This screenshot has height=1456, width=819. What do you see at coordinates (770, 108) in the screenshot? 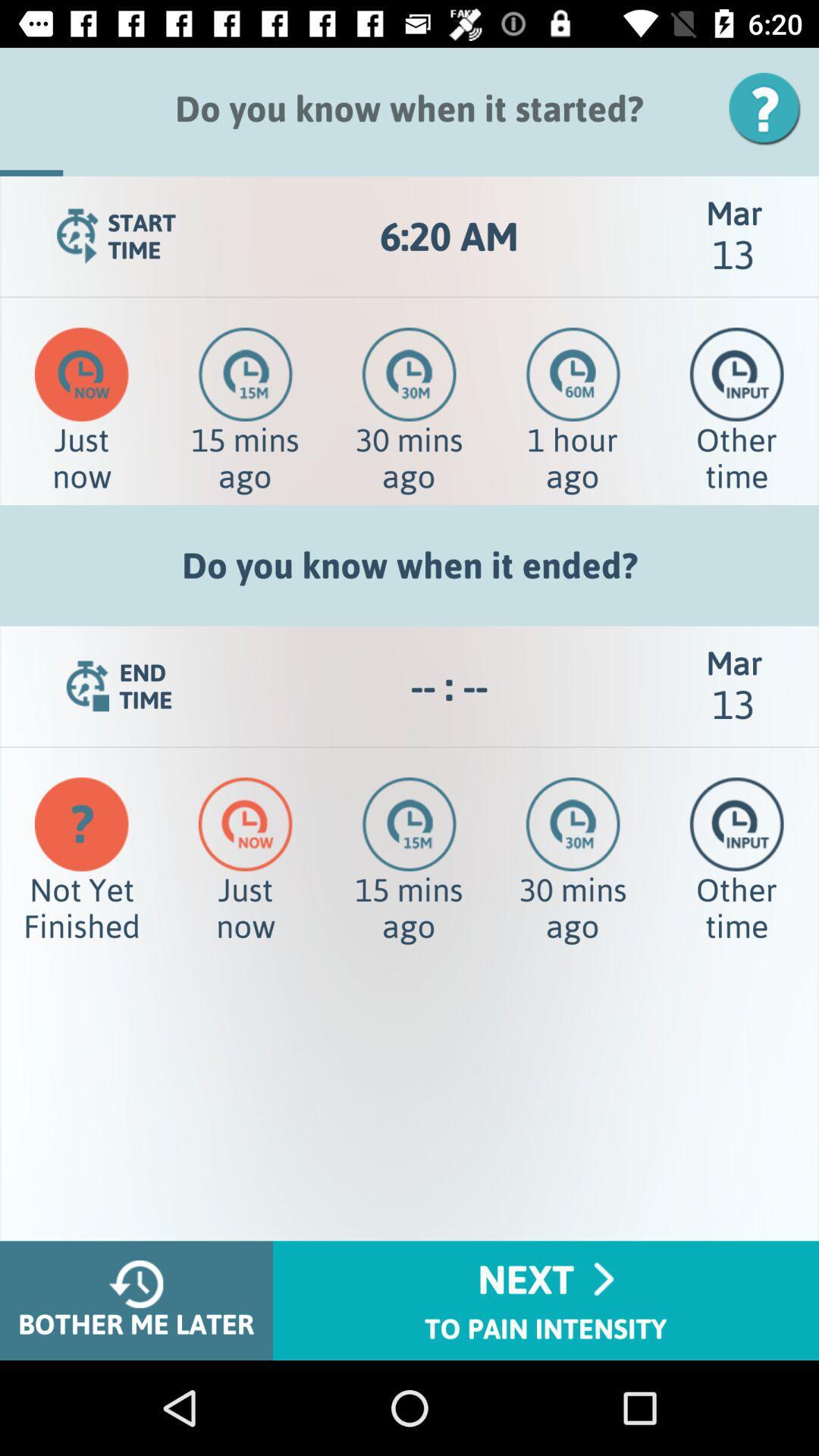
I see `the icon to the right of do you know item` at bounding box center [770, 108].